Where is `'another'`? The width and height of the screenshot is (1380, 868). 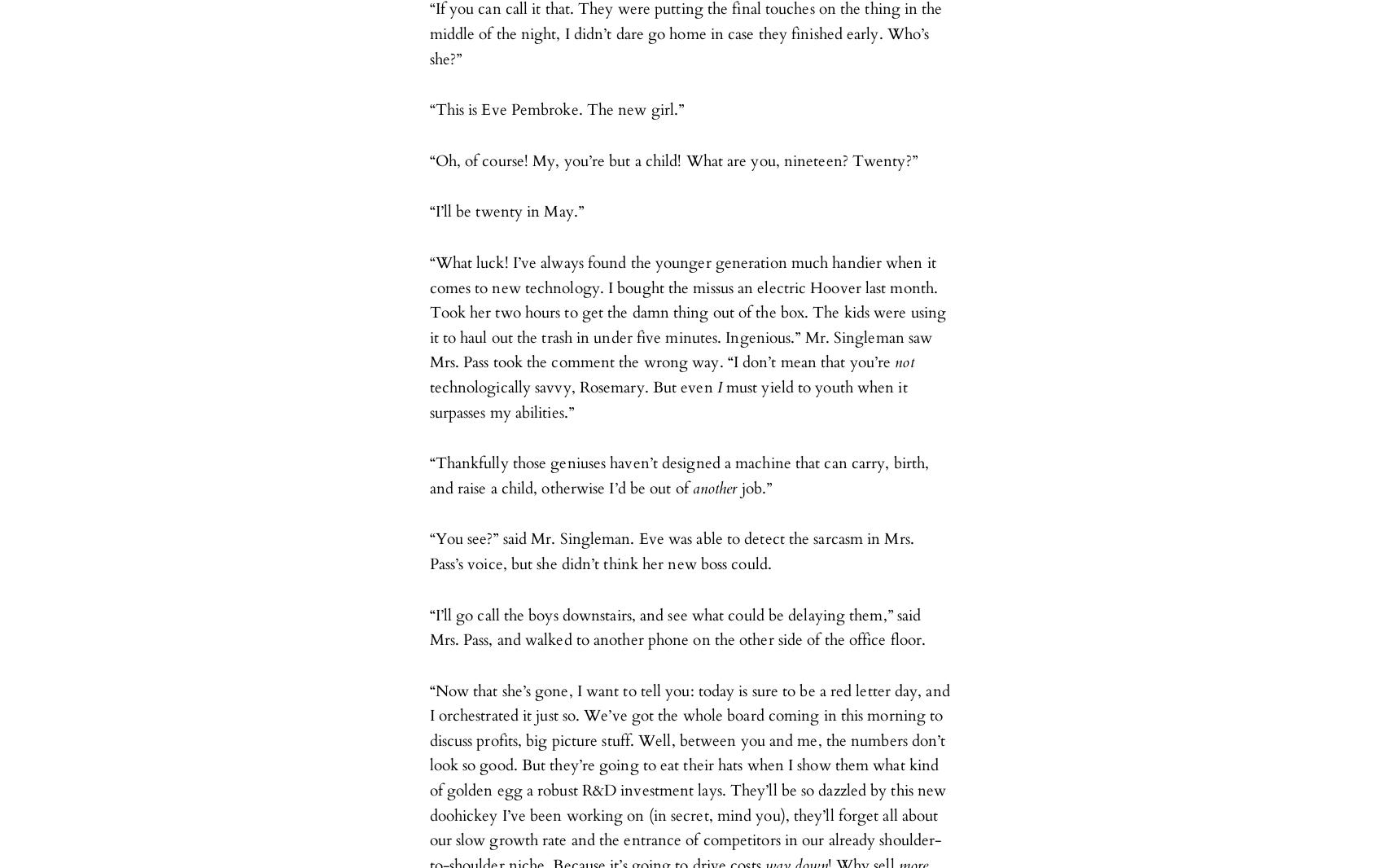 'another' is located at coordinates (691, 487).